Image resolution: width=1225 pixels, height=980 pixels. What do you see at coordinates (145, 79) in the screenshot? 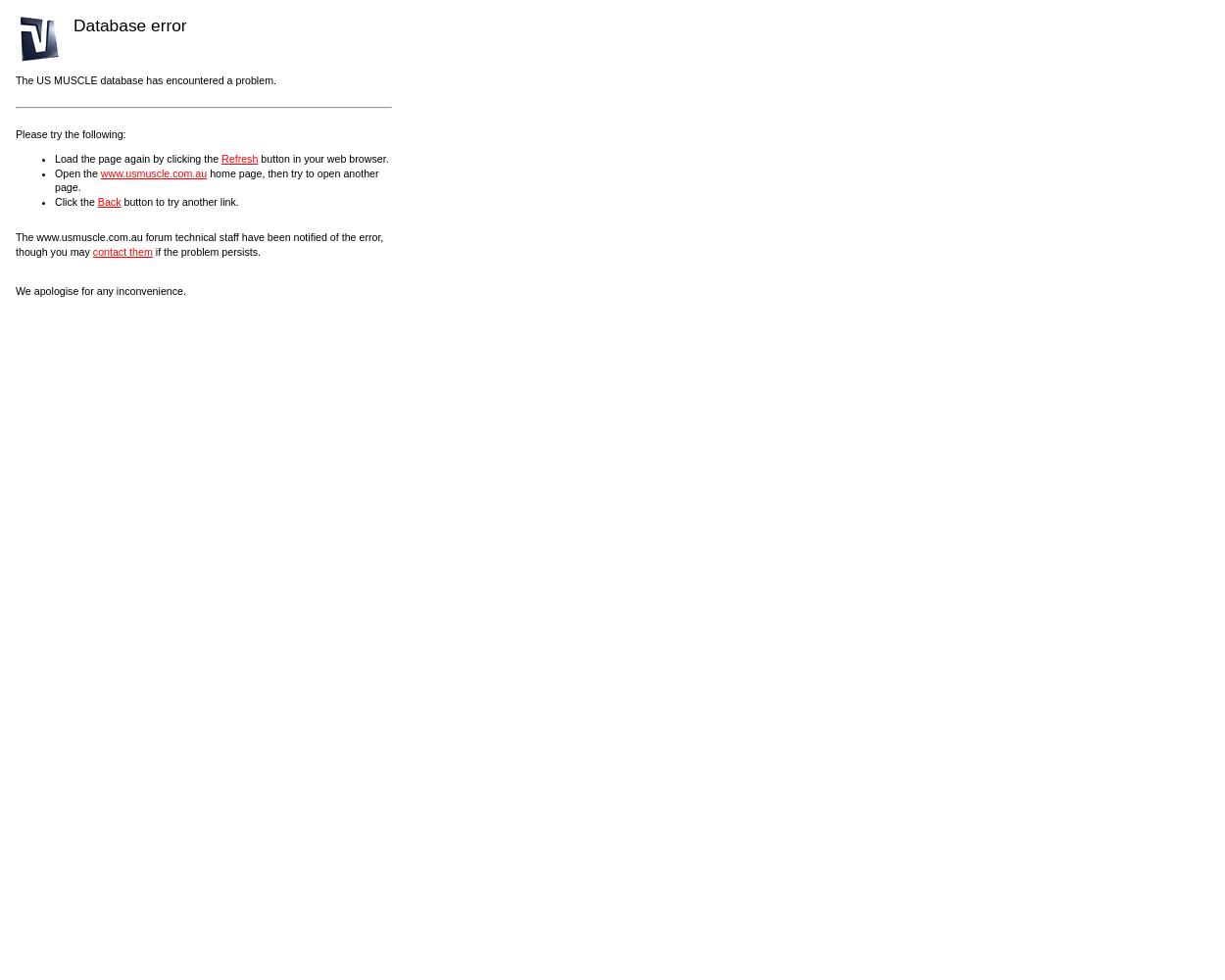
I see `'The US MUSCLE database has encountered a problem.'` at bounding box center [145, 79].